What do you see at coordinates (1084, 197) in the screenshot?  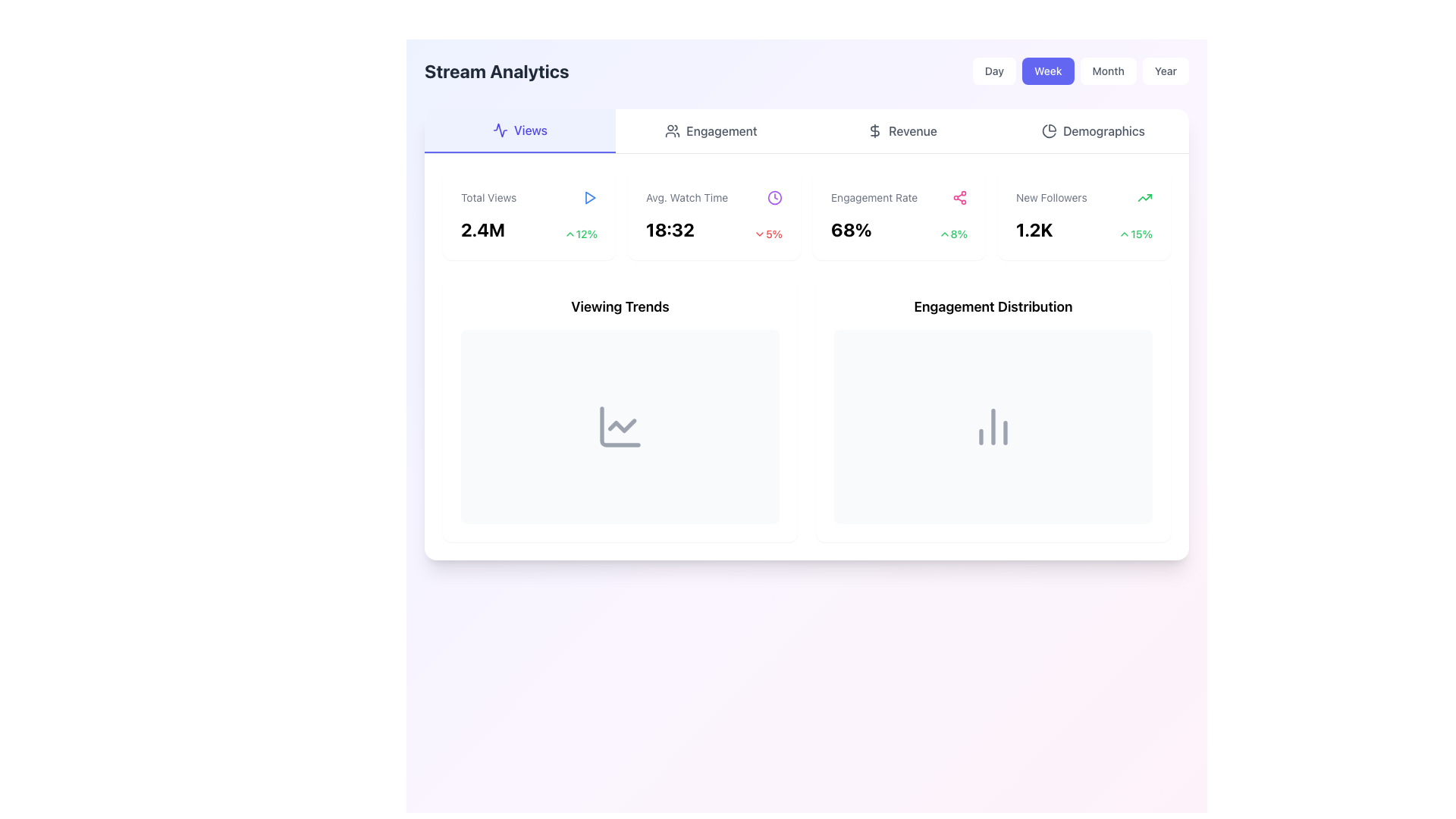 I see `text label indicating the number of new followers, located at the top-right section of the dashboard card titled 'New Followers', adjacent to the numerical indicator '1.2K' and the green percentage indicator '15%'` at bounding box center [1084, 197].